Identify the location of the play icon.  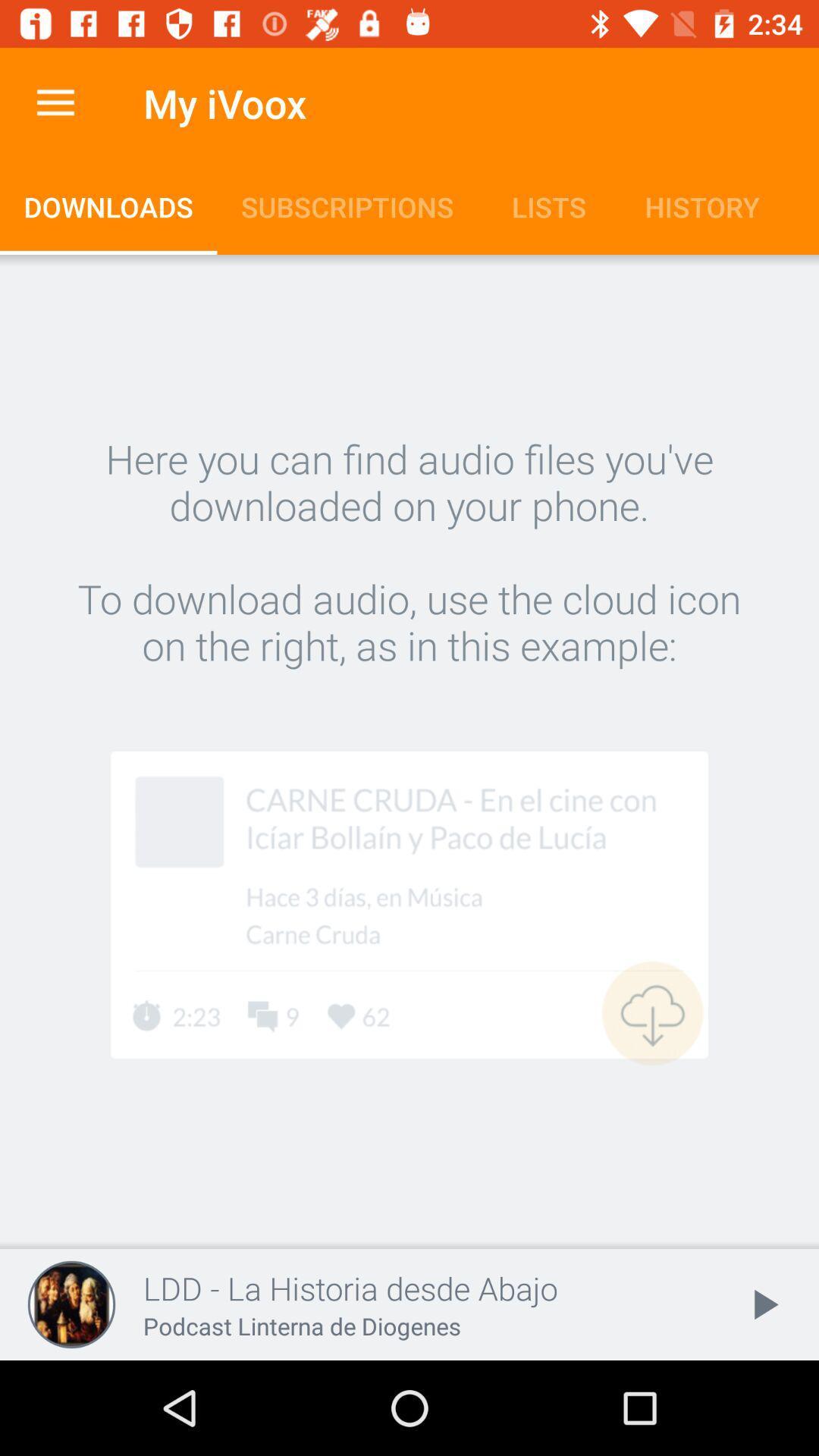
(763, 1304).